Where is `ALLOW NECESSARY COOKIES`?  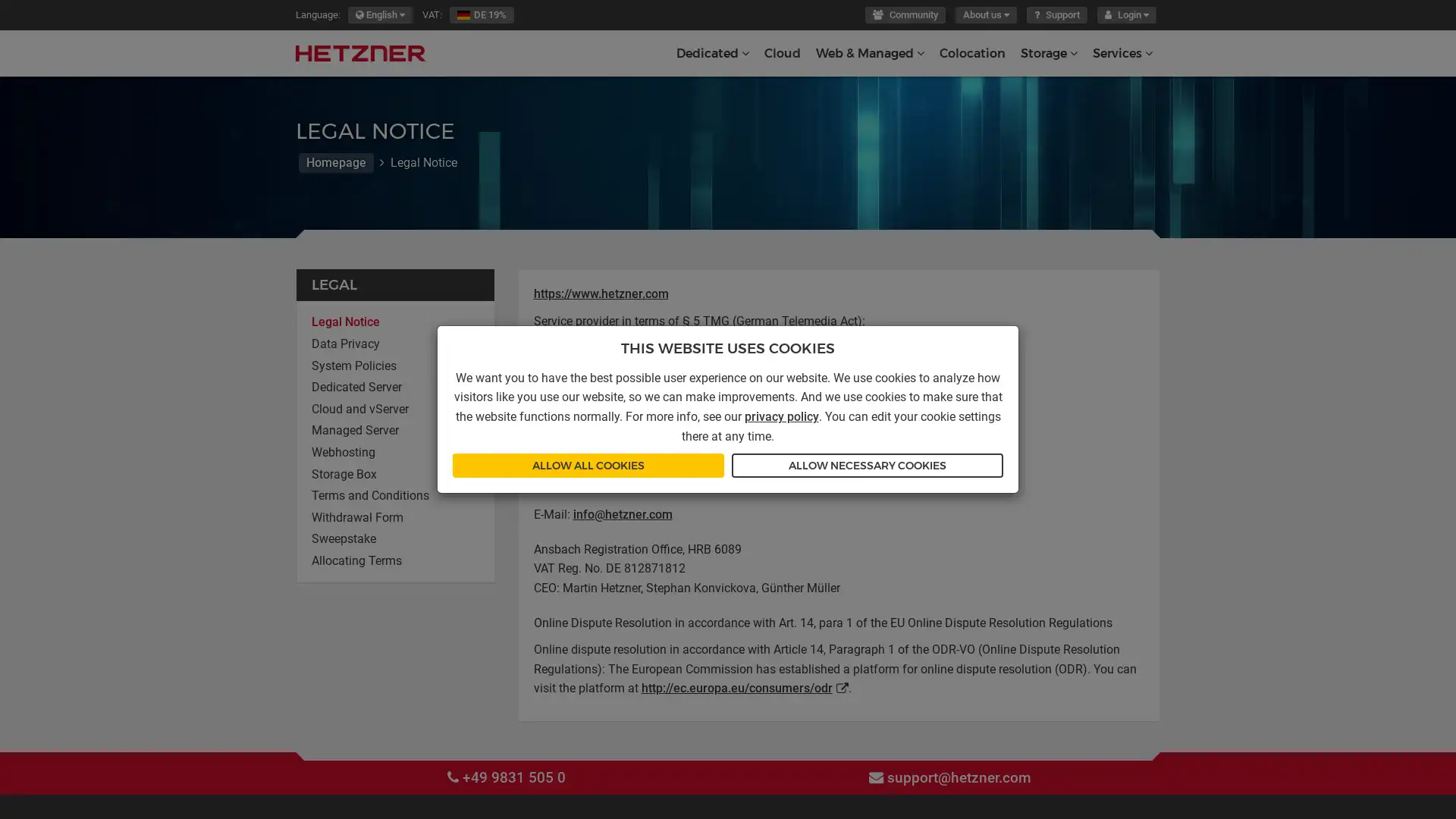
ALLOW NECESSARY COOKIES is located at coordinates (867, 464).